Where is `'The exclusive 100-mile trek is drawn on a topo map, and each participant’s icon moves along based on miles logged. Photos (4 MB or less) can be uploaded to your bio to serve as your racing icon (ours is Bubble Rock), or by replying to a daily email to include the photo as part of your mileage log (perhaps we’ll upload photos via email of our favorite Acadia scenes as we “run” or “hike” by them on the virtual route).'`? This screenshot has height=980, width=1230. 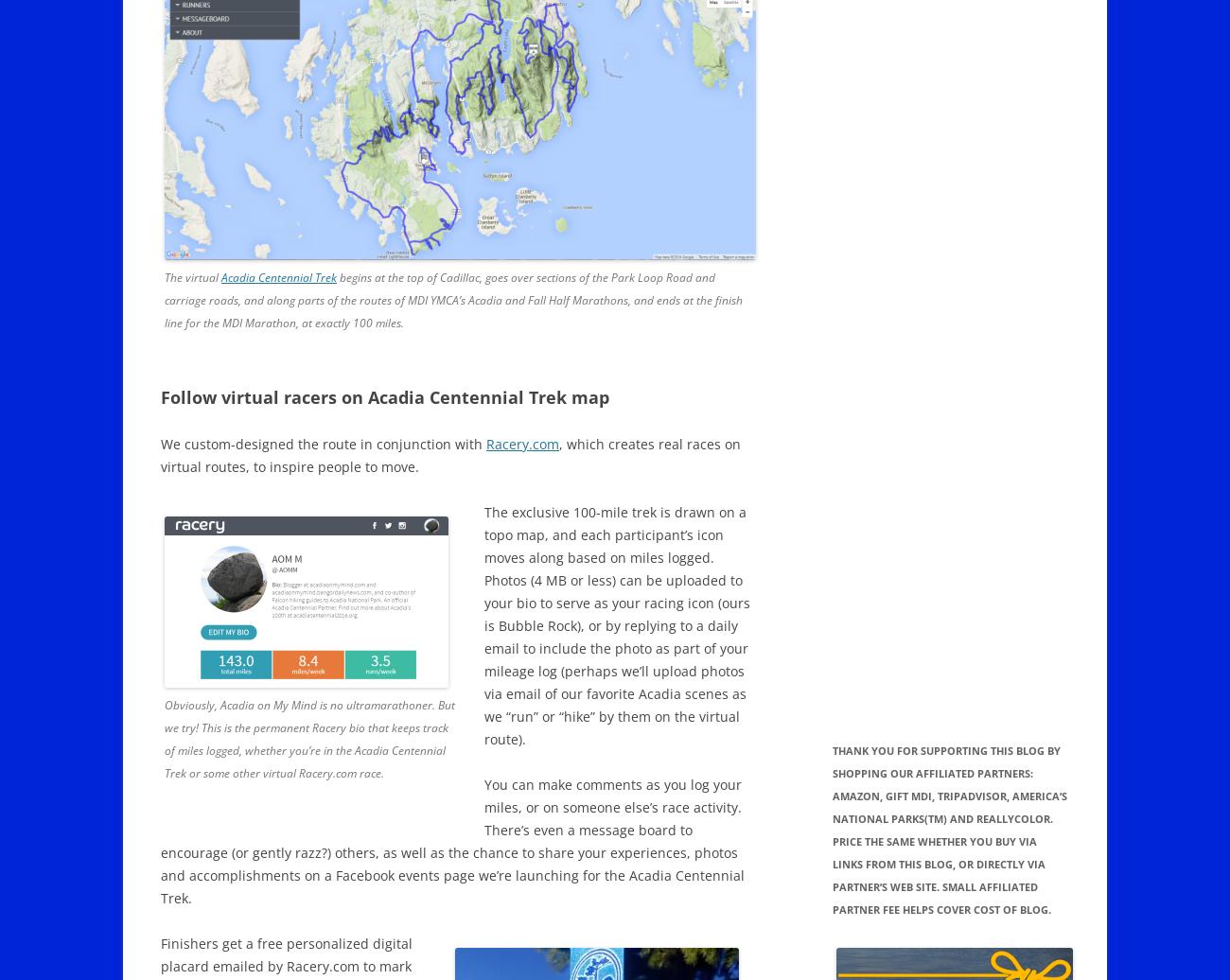
'The exclusive 100-mile trek is drawn on a topo map, and each participant’s icon moves along based on miles logged. Photos (4 MB or less) can be uploaded to your bio to serve as your racing icon (ours is Bubble Rock), or by replying to a daily email to include the photo as part of your mileage log (perhaps we’ll upload photos via email of our favorite Acadia scenes as we “run” or “hike” by them on the virtual route).' is located at coordinates (483, 625).